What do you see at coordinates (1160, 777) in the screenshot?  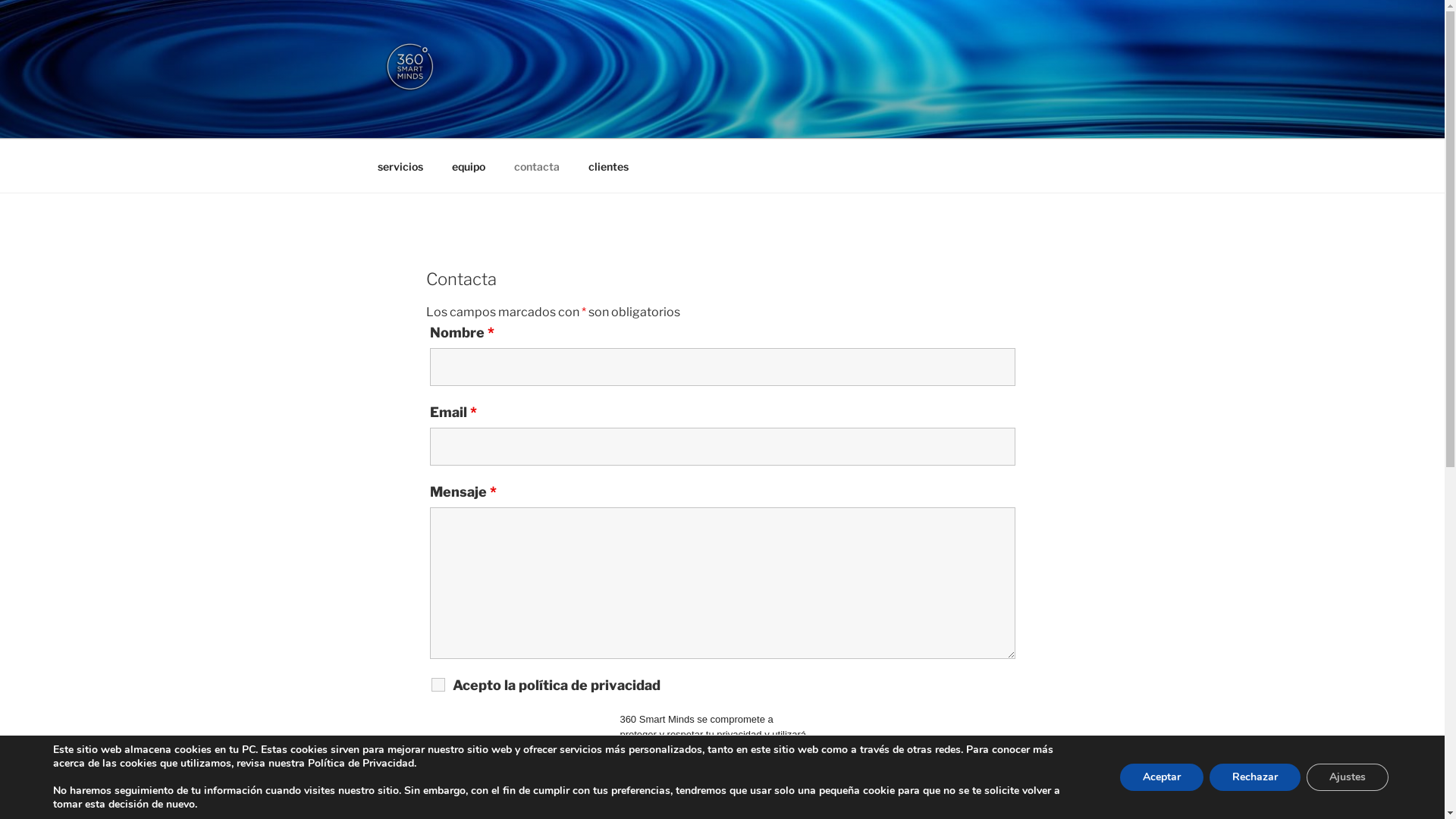 I see `'Aceptar'` at bounding box center [1160, 777].